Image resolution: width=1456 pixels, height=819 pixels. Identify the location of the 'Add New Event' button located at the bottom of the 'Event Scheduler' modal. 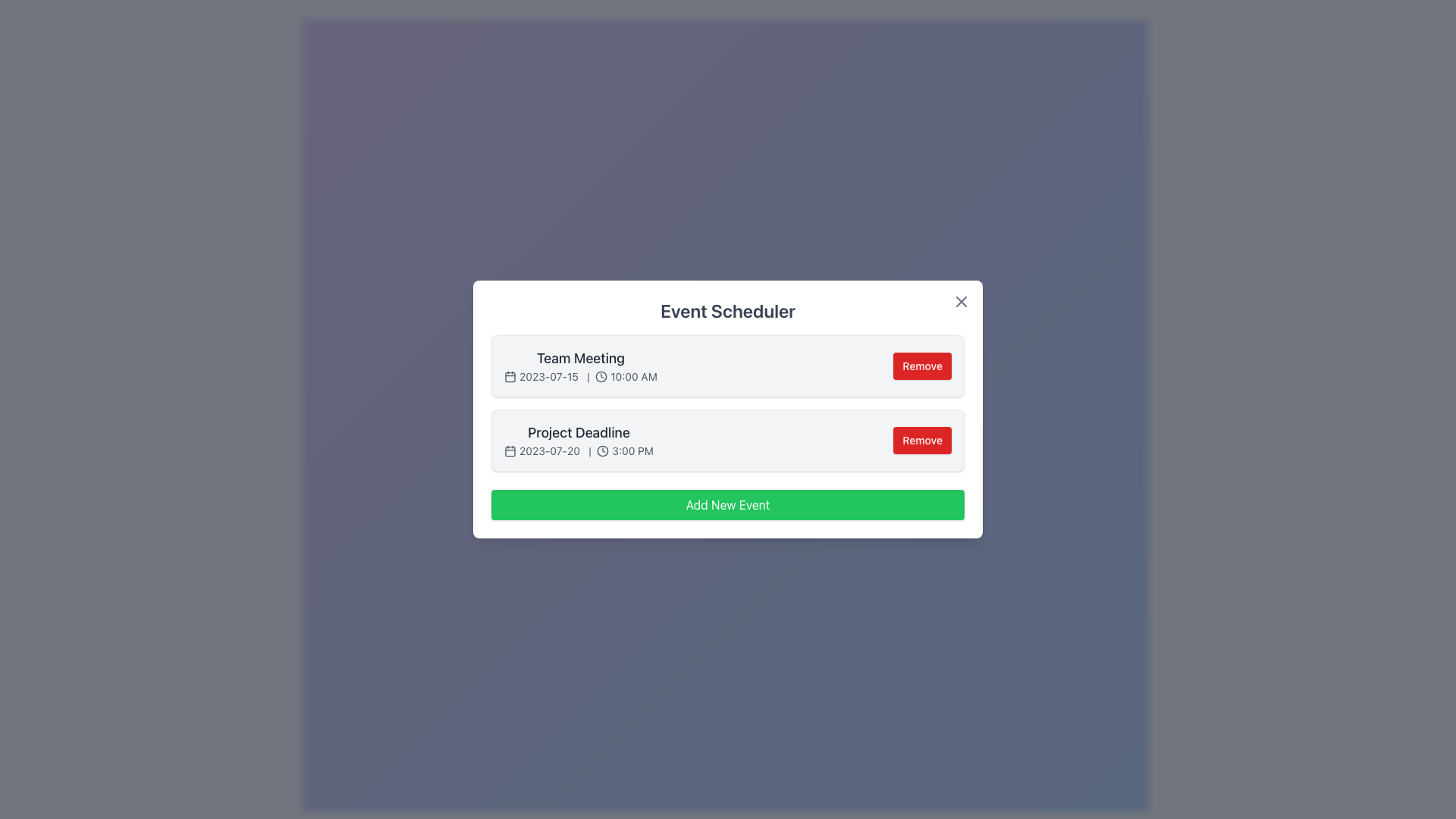
(728, 505).